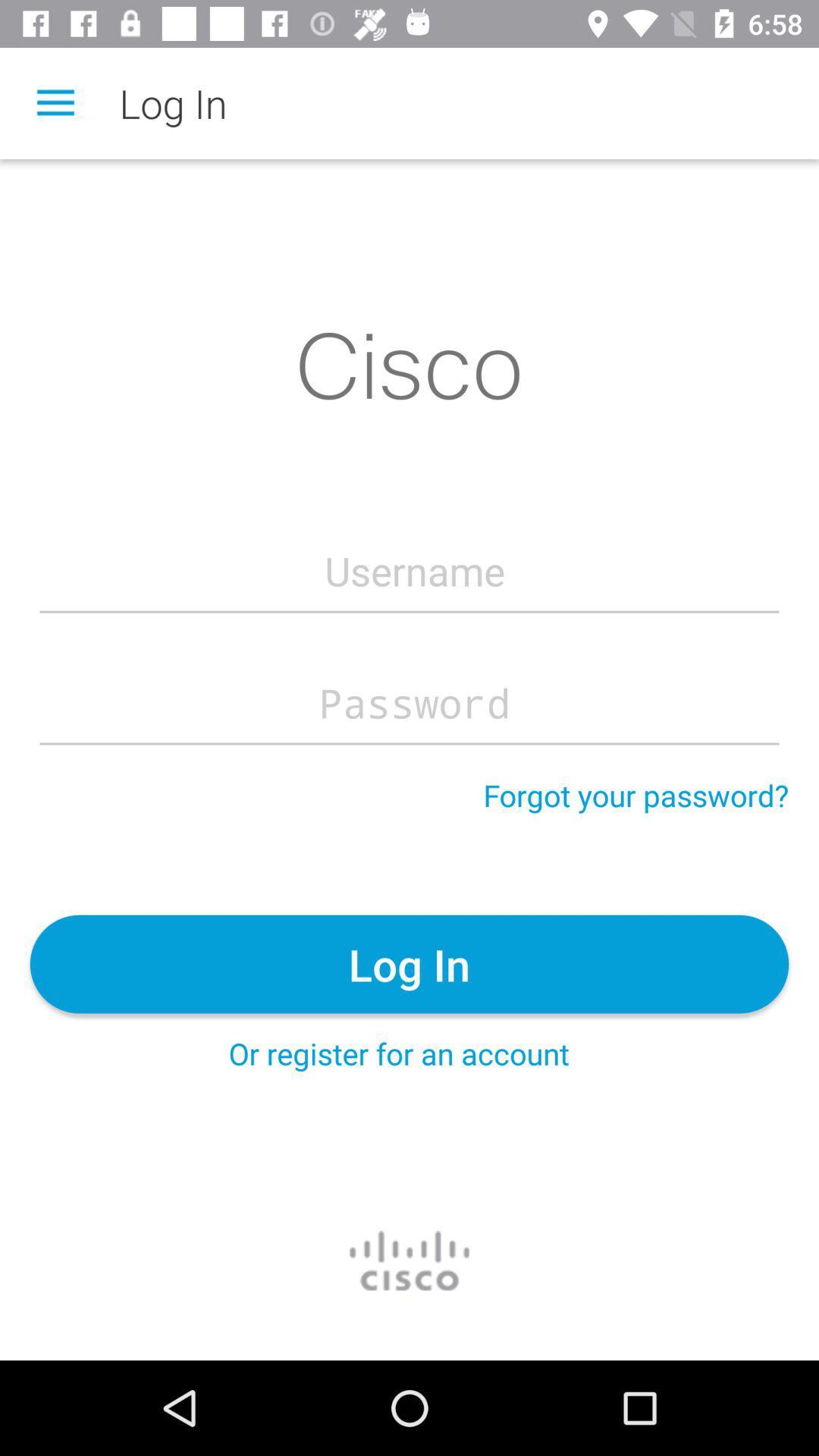  What do you see at coordinates (398, 1053) in the screenshot?
I see `or register for` at bounding box center [398, 1053].